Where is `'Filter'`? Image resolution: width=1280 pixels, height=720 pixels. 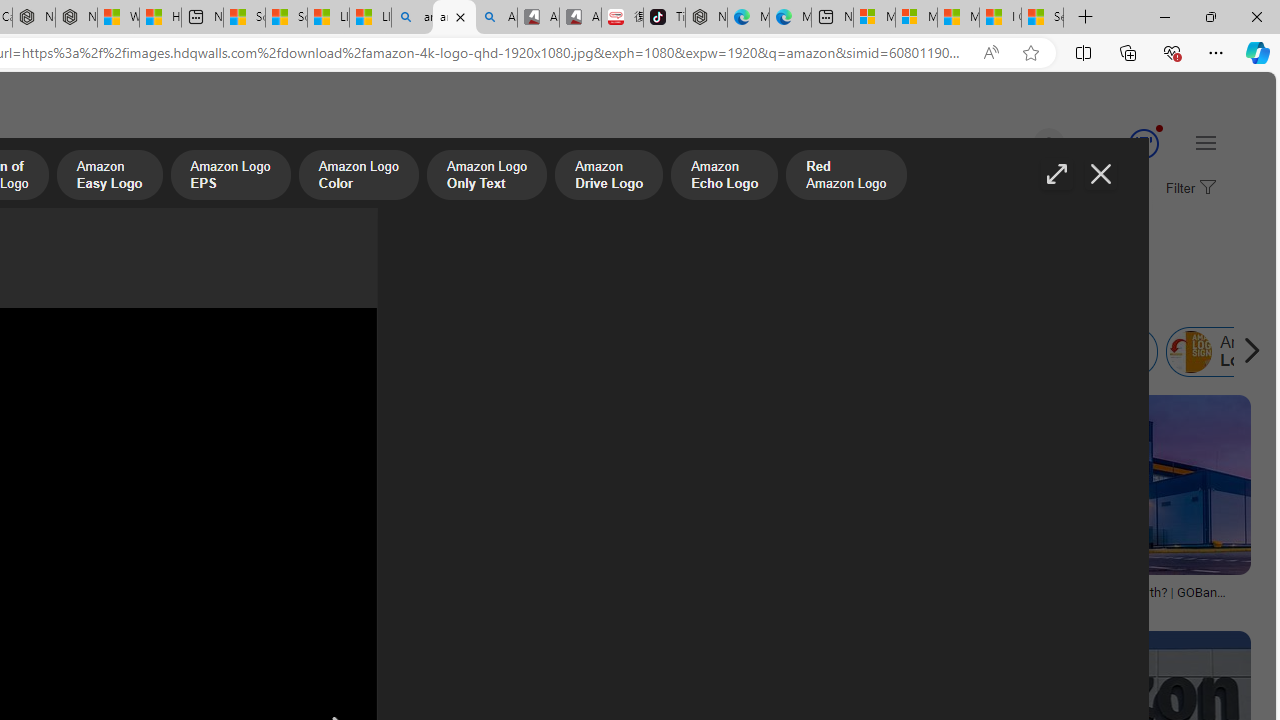
'Filter' is located at coordinates (1188, 189).